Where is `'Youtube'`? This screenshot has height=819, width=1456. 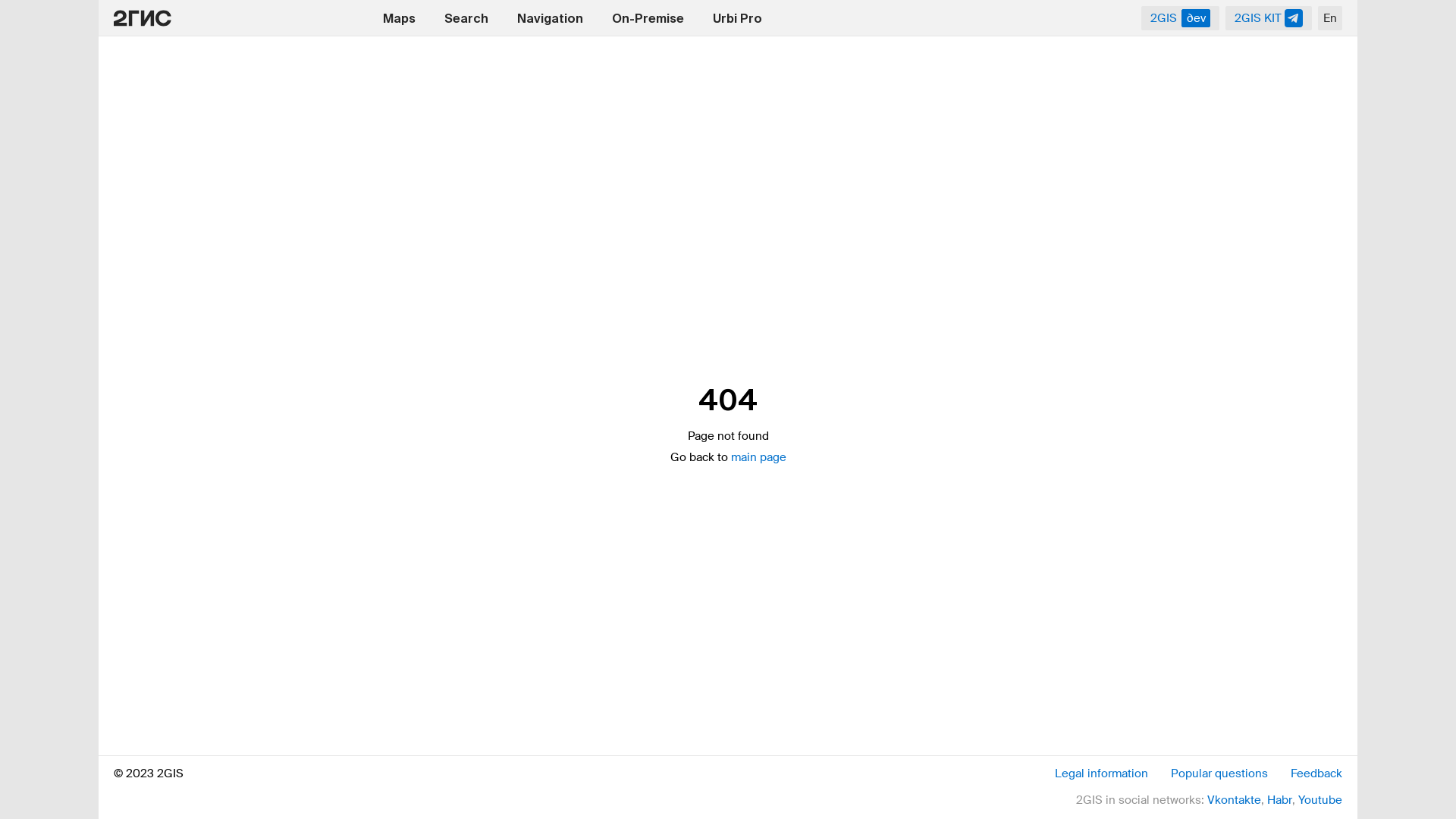
'Youtube' is located at coordinates (1319, 799).